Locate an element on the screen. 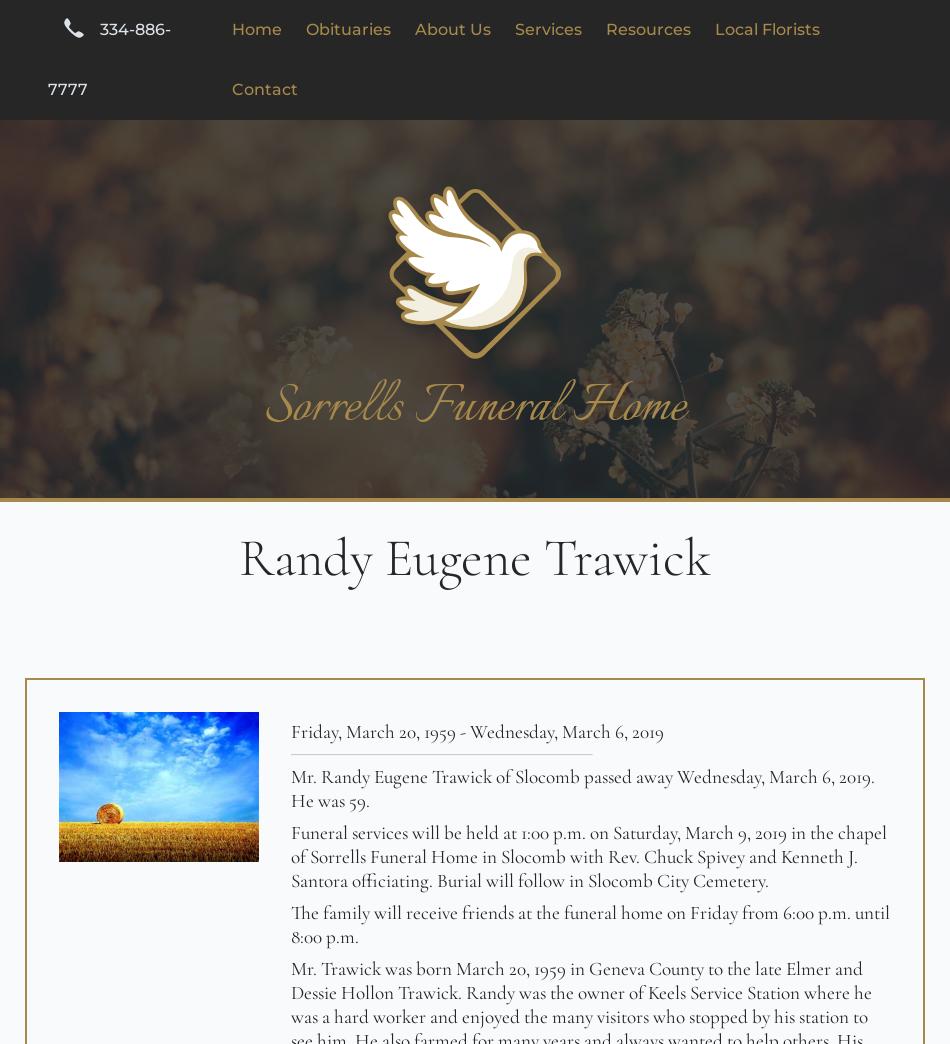 This screenshot has width=950, height=1044. '334-886-7777' is located at coordinates (108, 58).